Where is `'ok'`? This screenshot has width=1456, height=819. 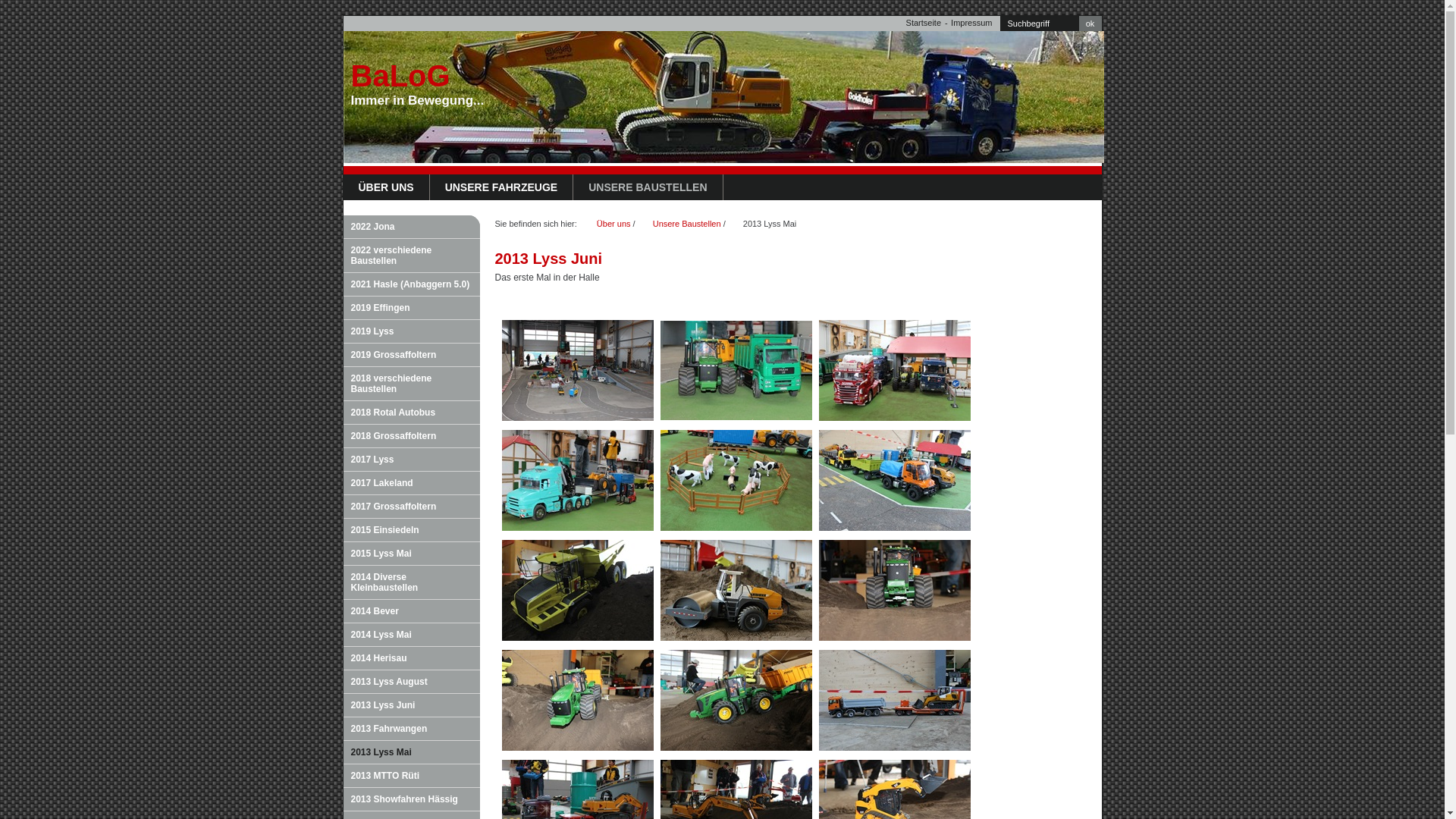
'ok' is located at coordinates (1088, 23).